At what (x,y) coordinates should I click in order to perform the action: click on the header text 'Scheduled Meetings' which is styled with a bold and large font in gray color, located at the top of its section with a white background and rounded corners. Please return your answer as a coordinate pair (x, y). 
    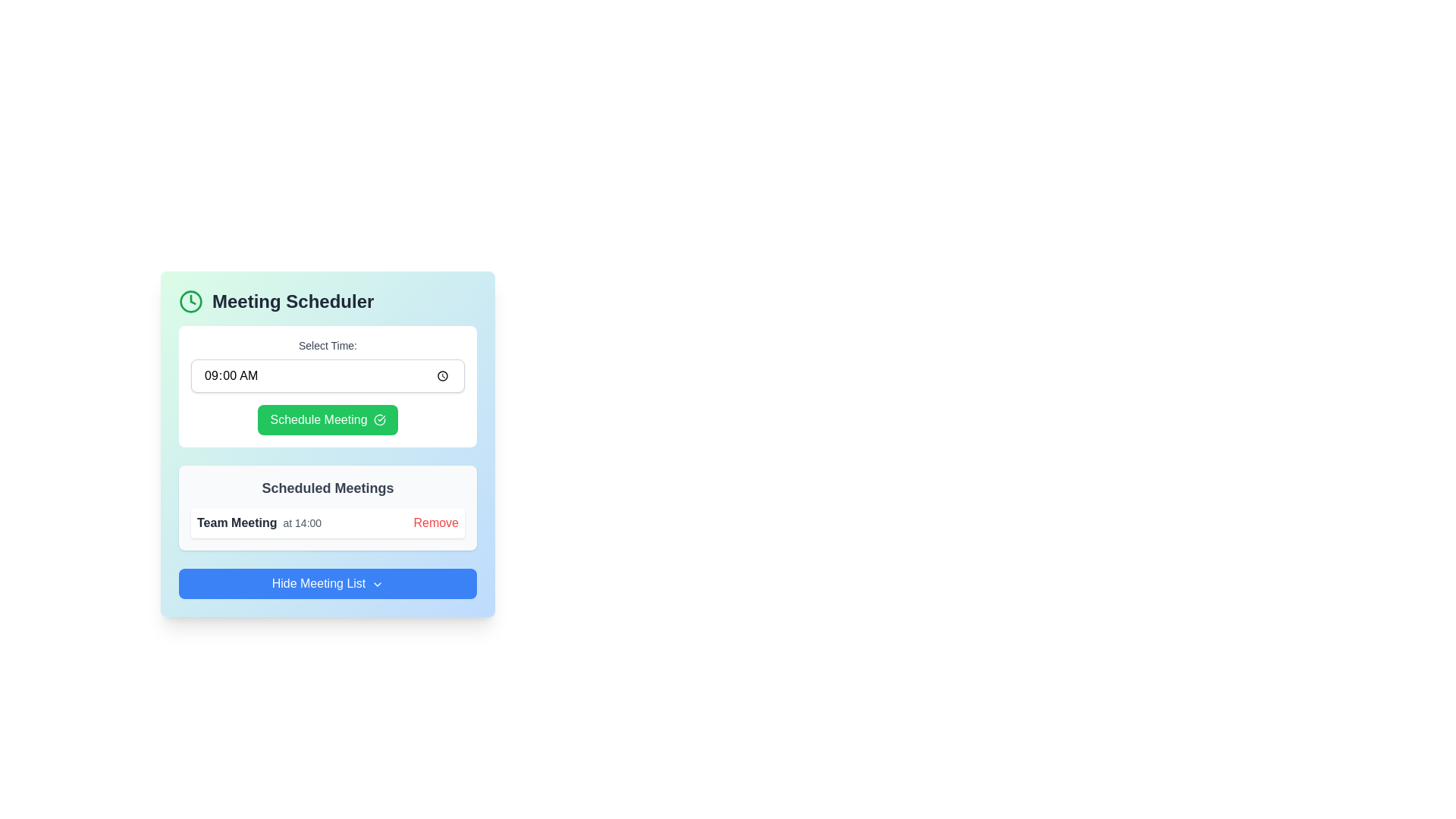
    Looking at the image, I should click on (327, 488).